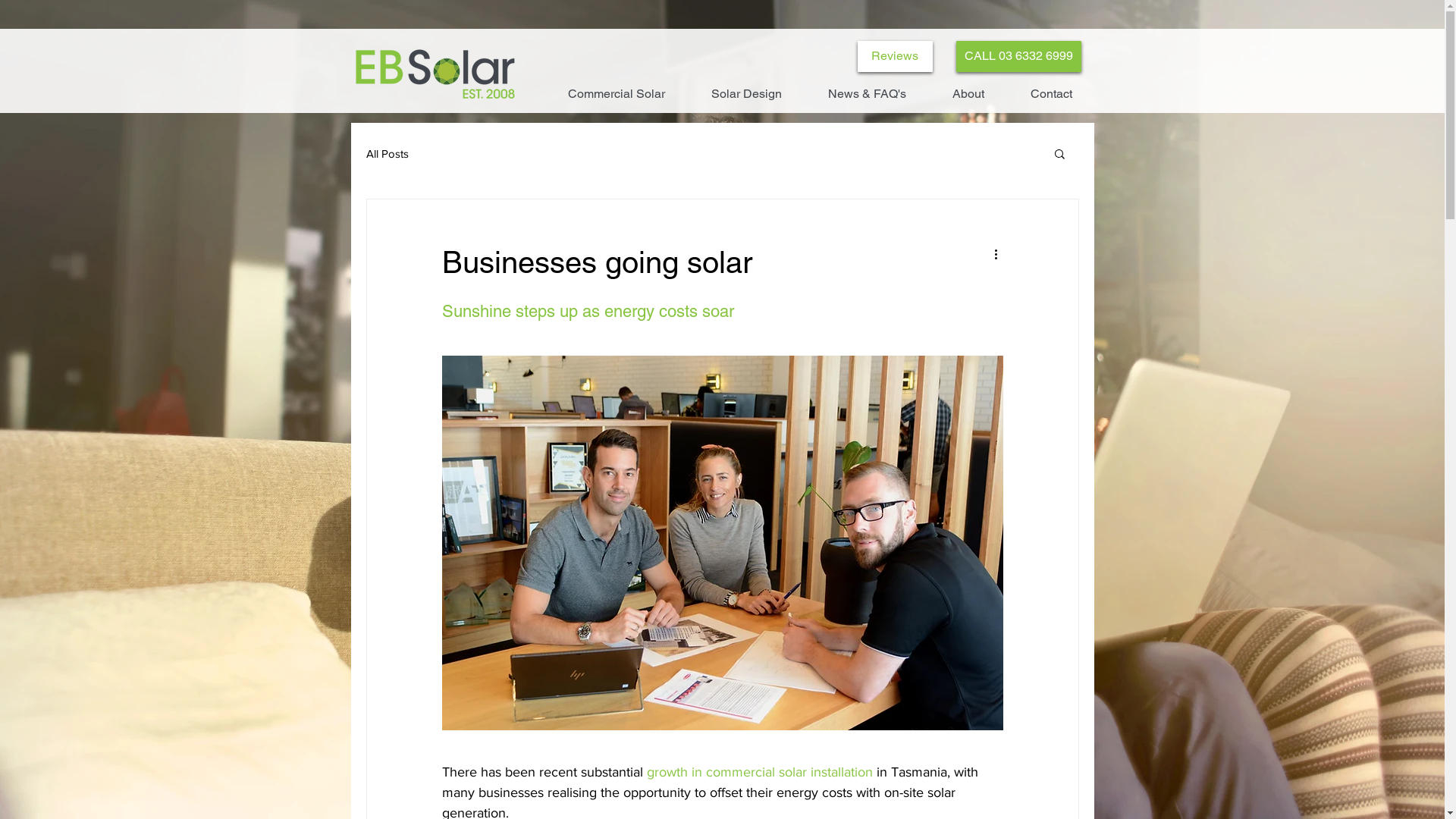  I want to click on 'News & FAQ's', so click(804, 93).